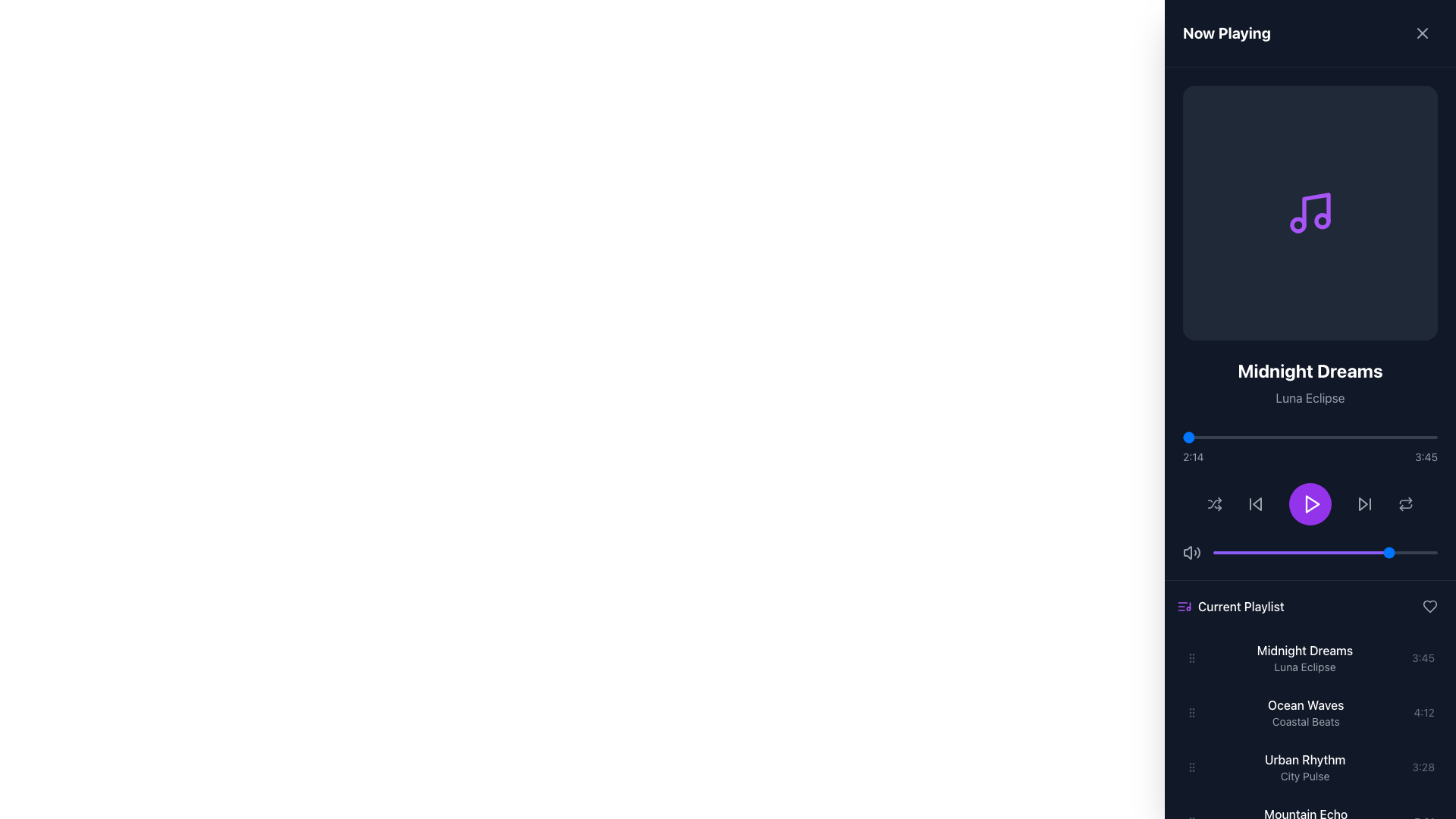 Image resolution: width=1456 pixels, height=819 pixels. I want to click on the 'play' button located in the purple circular button in the center of the media control area, so click(1310, 504).